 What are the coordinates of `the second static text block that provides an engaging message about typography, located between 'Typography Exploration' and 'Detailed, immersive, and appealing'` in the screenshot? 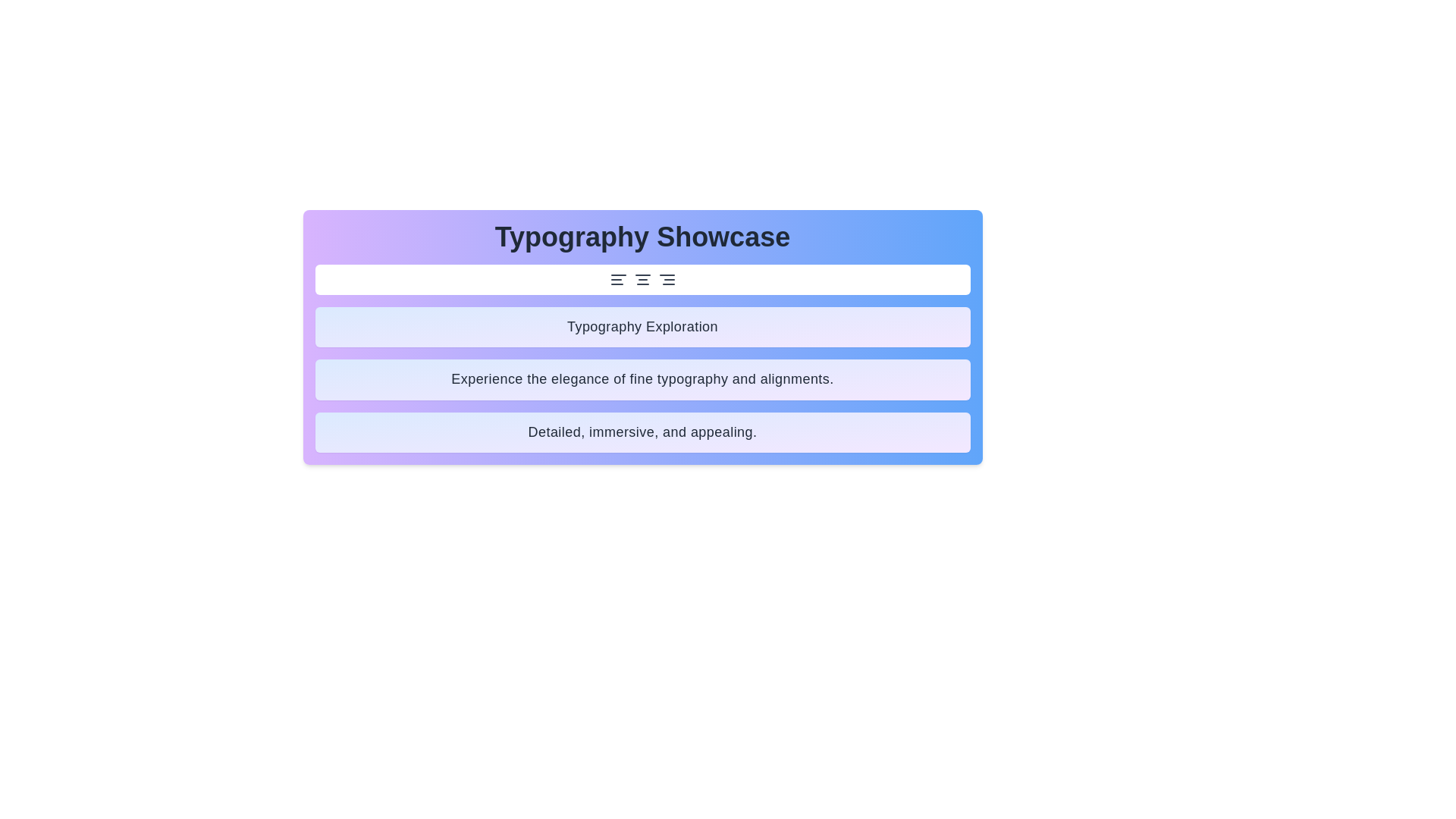 It's located at (642, 378).